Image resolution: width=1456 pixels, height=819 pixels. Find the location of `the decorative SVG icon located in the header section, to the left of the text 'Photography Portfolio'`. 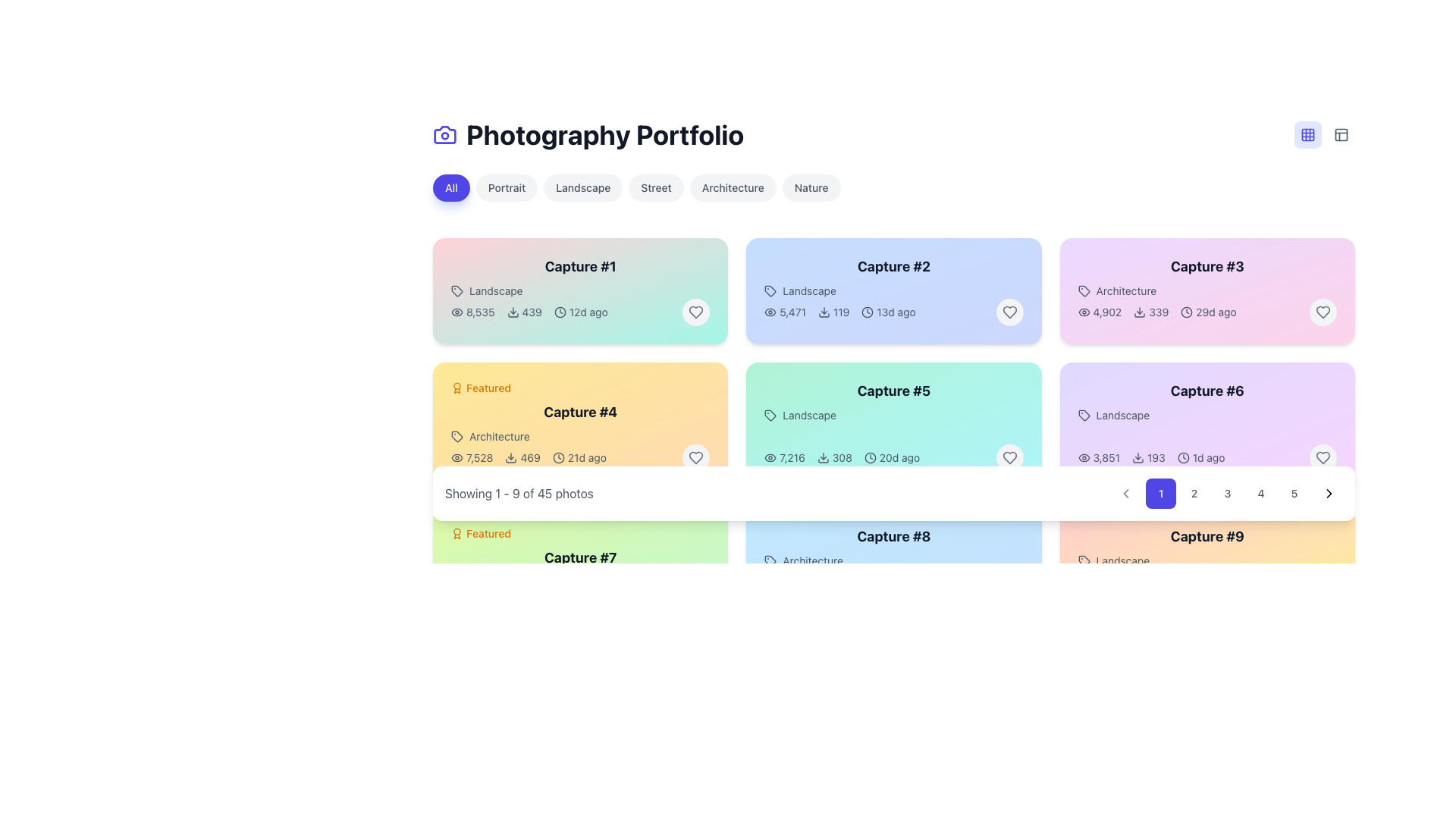

the decorative SVG icon located in the header section, to the left of the text 'Photography Portfolio' is located at coordinates (444, 133).